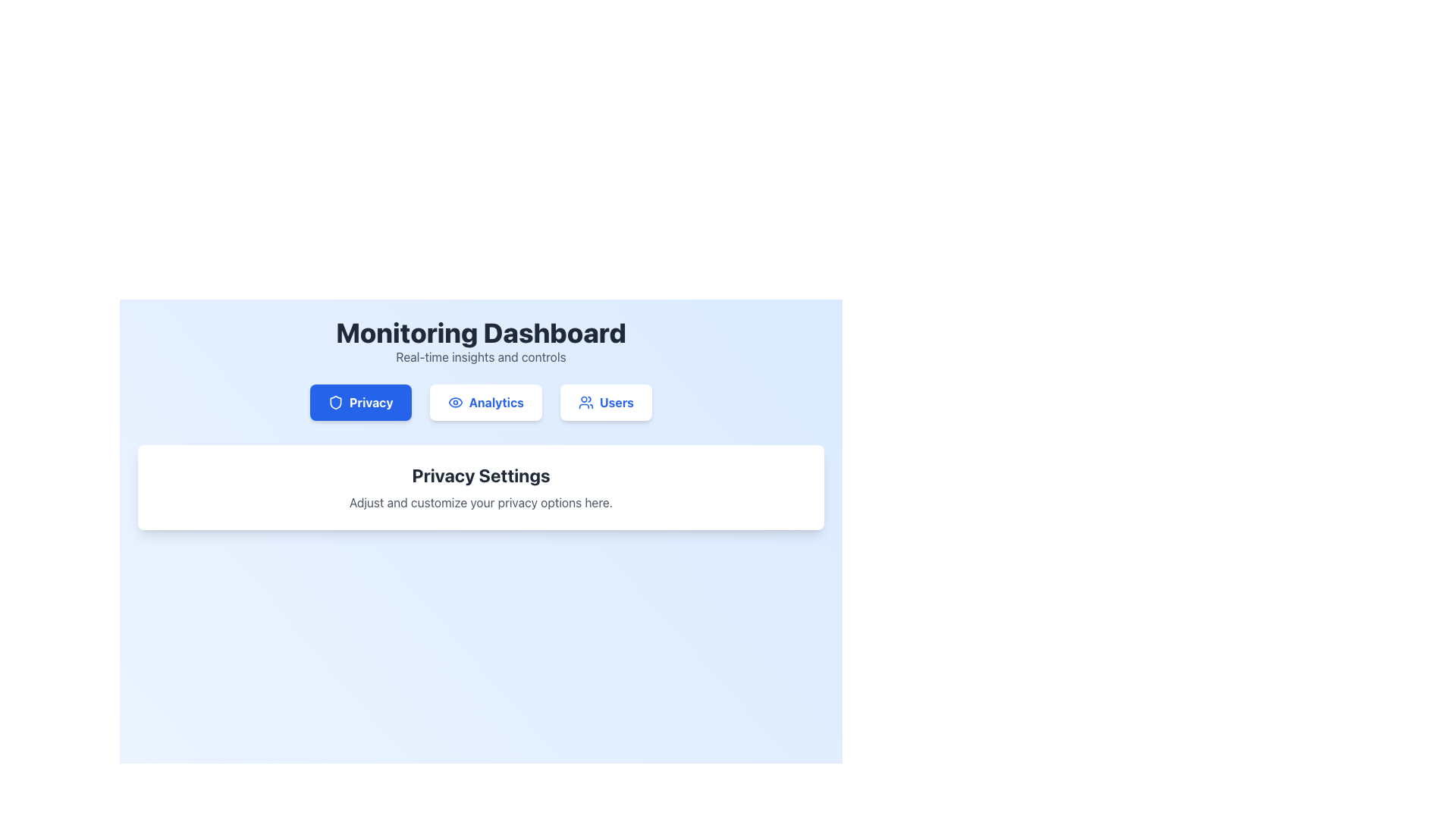  I want to click on the Group of Texts element that presents the header and supporting description for the privacy settings section, located below the navigation buttons, so click(480, 488).